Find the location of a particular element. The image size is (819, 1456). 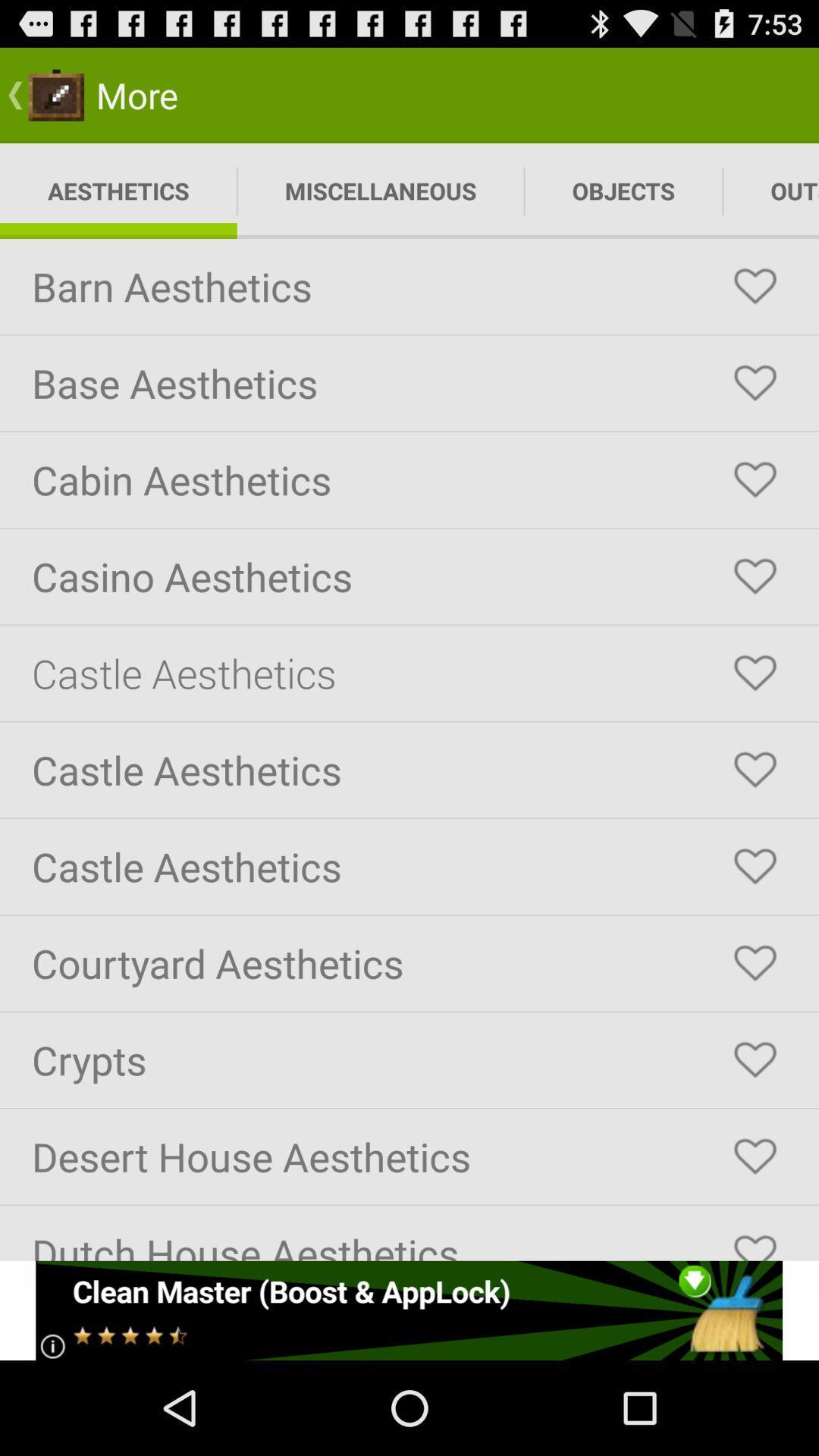

the heart symbol which is right side to the courtyard aesthetics is located at coordinates (755, 963).